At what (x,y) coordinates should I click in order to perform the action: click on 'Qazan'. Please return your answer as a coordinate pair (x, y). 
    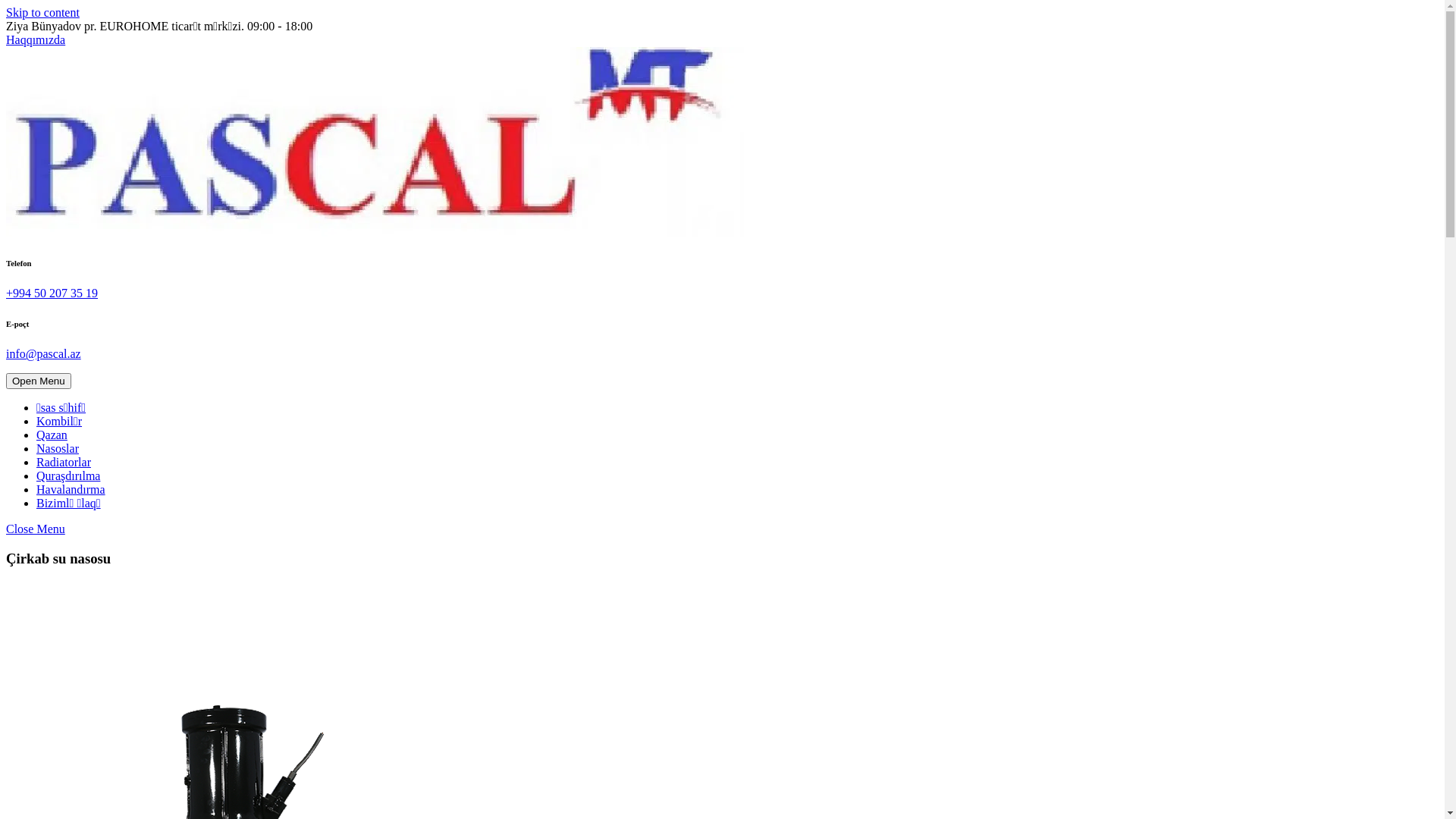
    Looking at the image, I should click on (36, 435).